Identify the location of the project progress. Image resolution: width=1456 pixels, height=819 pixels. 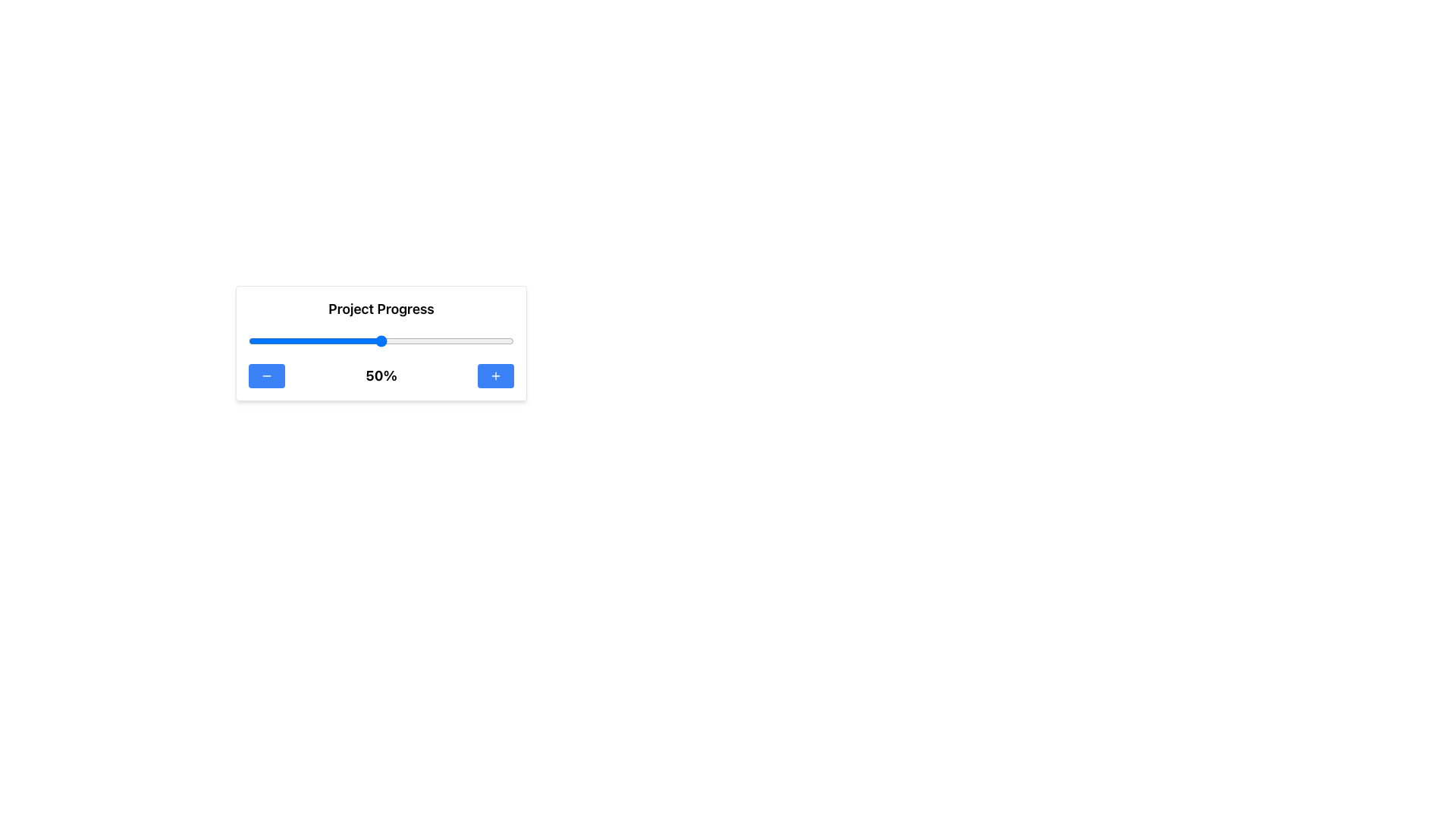
(386, 341).